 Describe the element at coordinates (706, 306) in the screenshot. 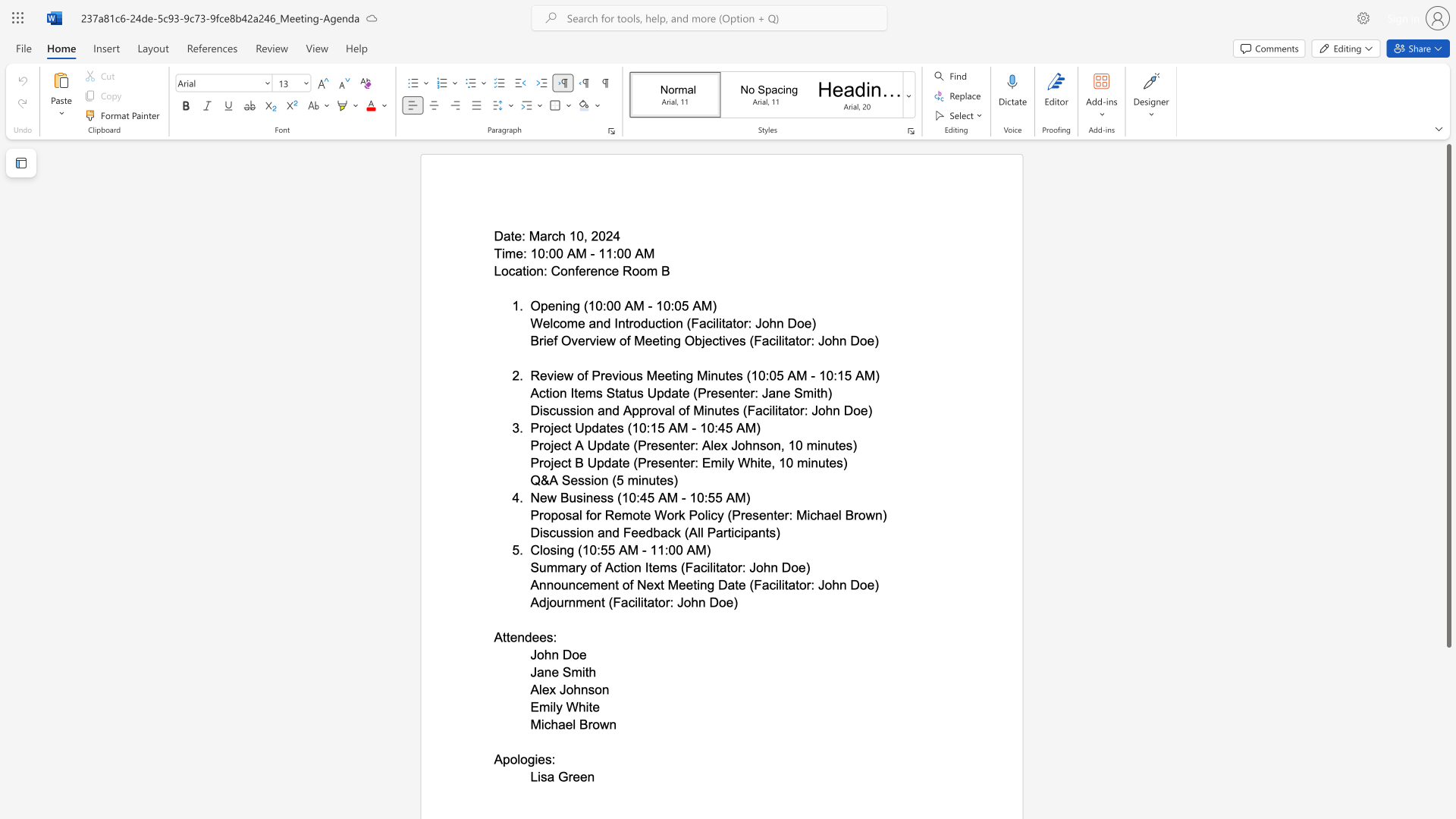

I see `the 2th character "M" in the text` at that location.